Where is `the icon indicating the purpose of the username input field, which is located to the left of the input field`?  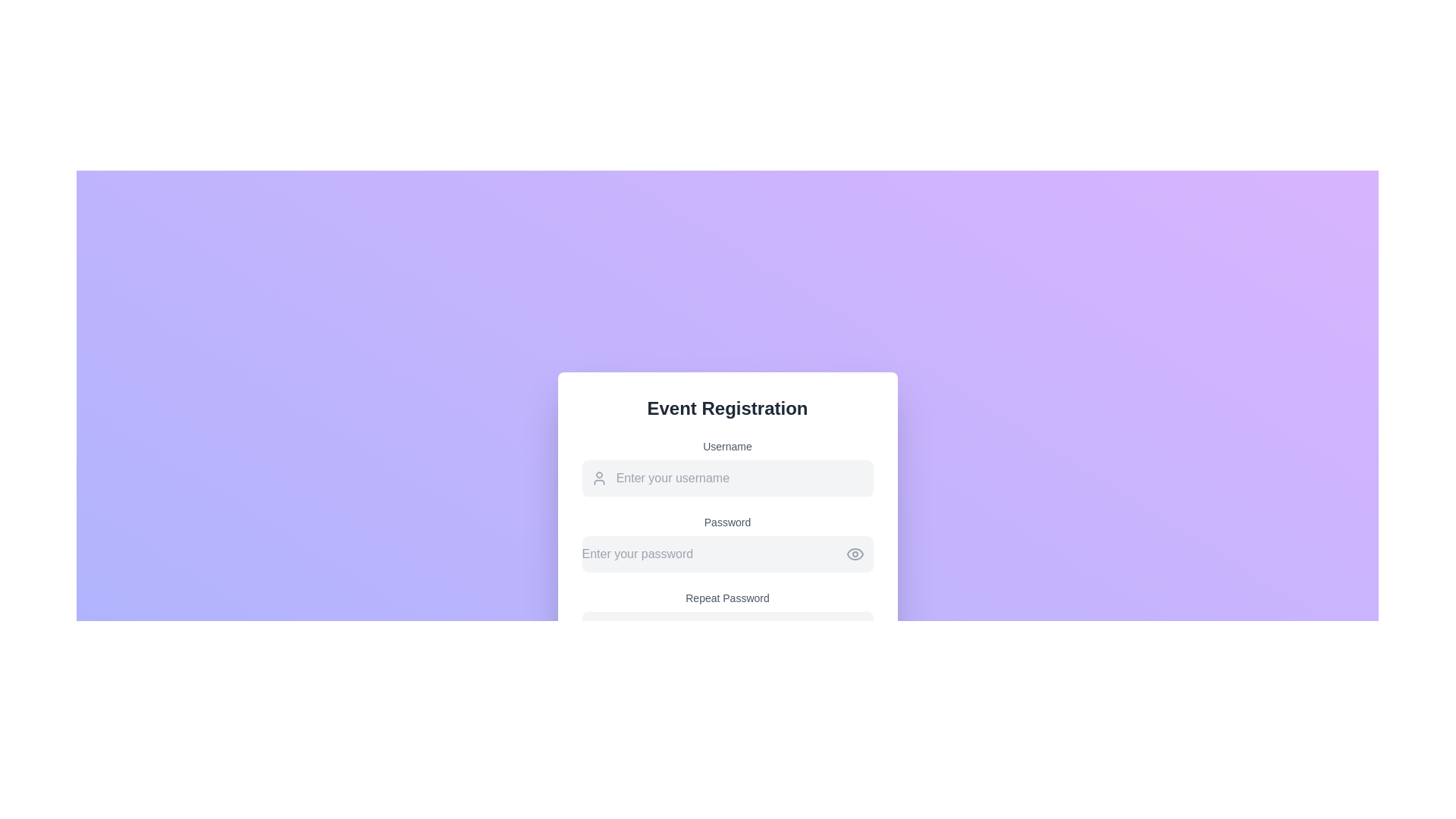
the icon indicating the purpose of the username input field, which is located to the left of the input field is located at coordinates (598, 479).